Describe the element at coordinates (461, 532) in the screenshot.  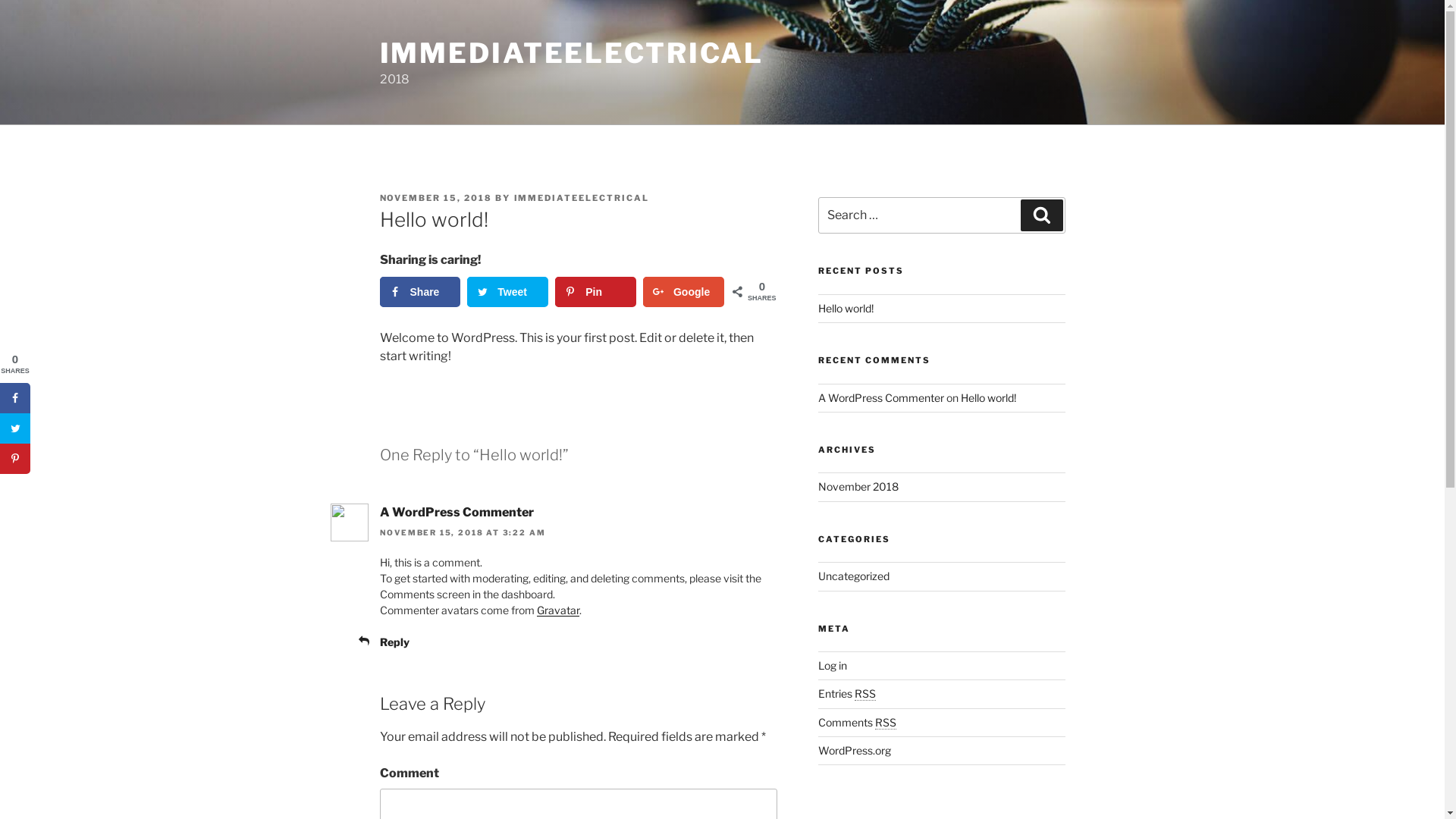
I see `'NOVEMBER 15, 2018 AT 3:22 AM'` at that location.